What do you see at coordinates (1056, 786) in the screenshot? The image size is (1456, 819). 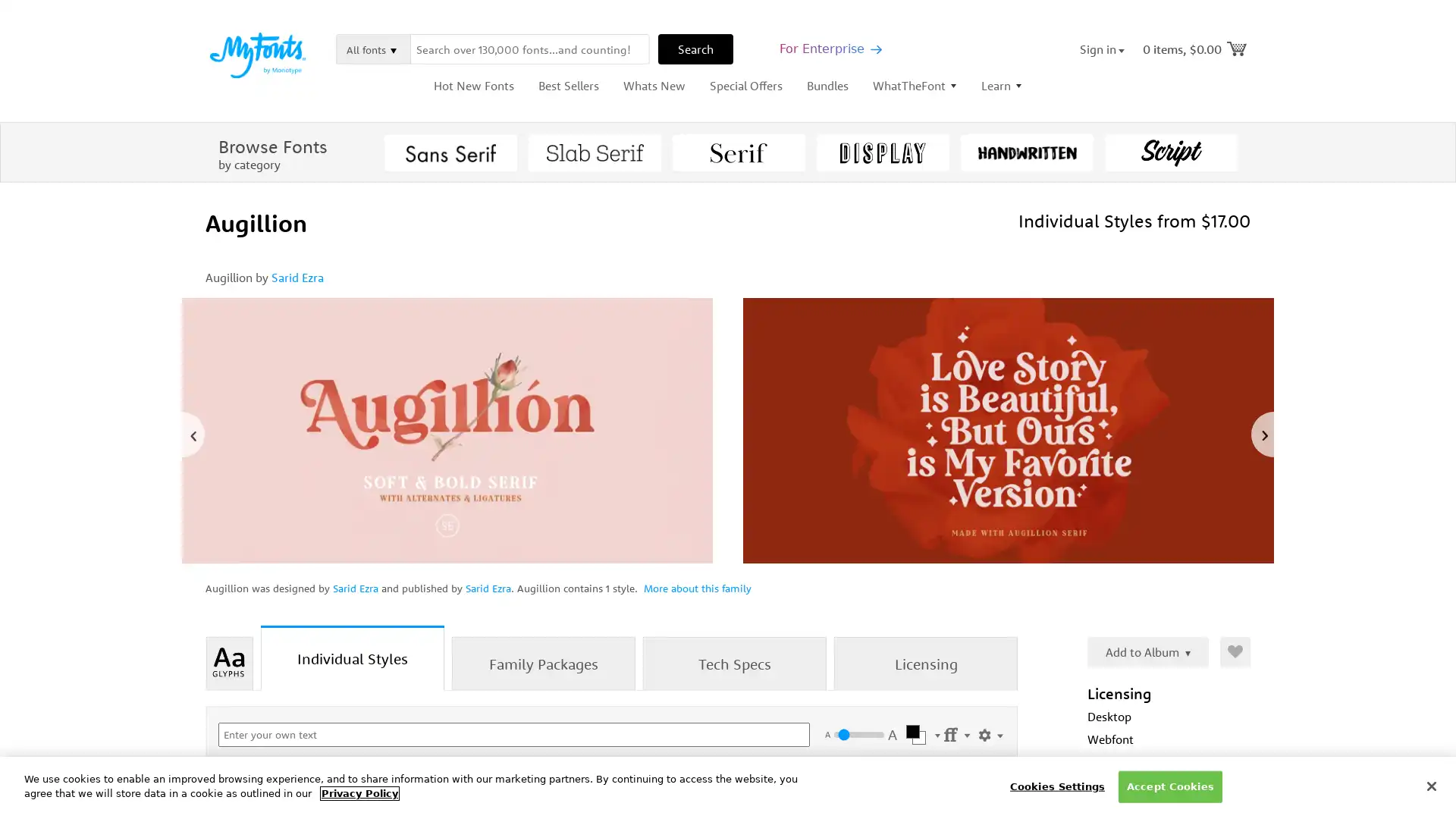 I see `Cookies Settings` at bounding box center [1056, 786].